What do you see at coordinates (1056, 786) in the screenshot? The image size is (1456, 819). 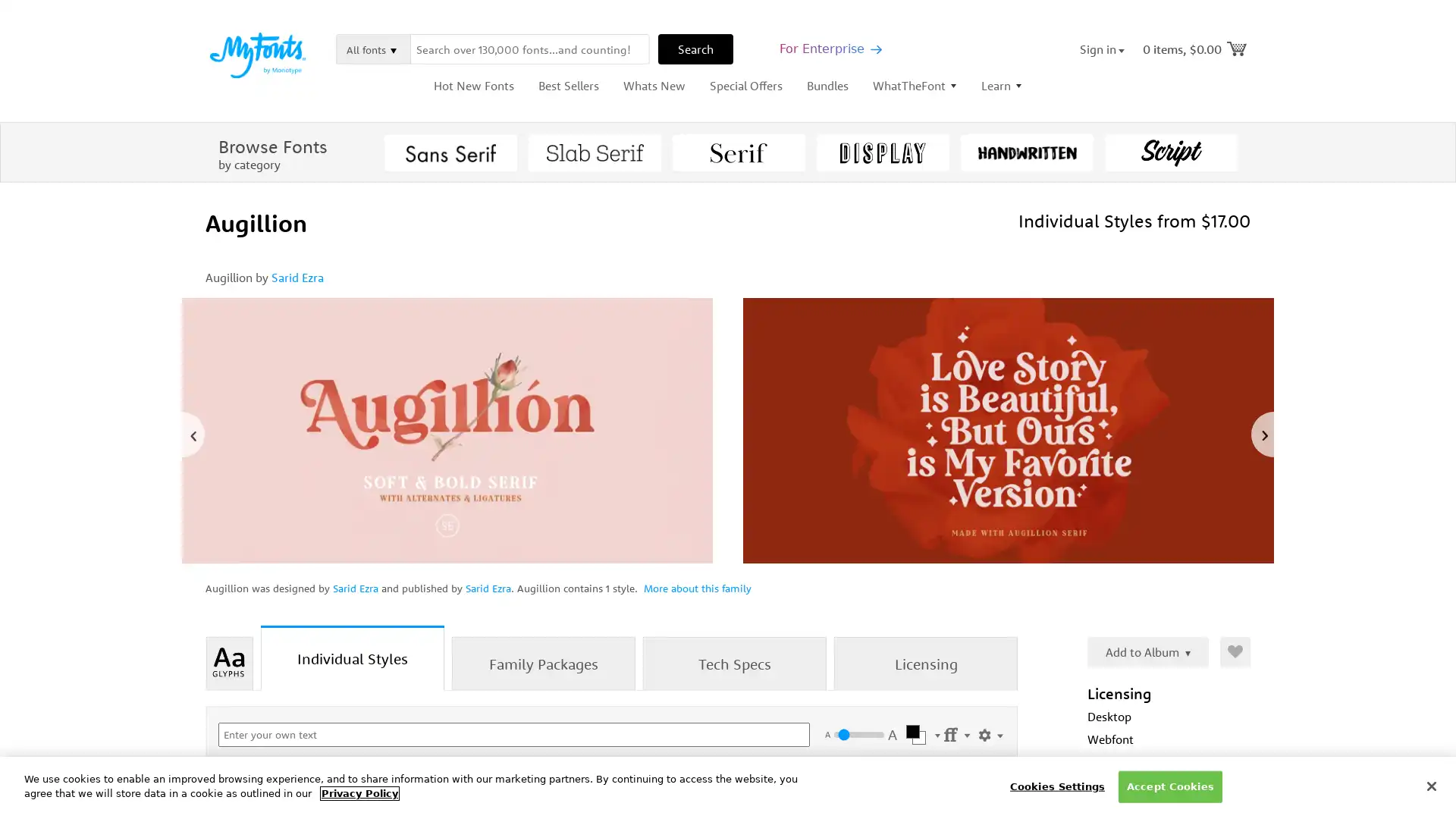 I see `Cookies Settings` at bounding box center [1056, 786].